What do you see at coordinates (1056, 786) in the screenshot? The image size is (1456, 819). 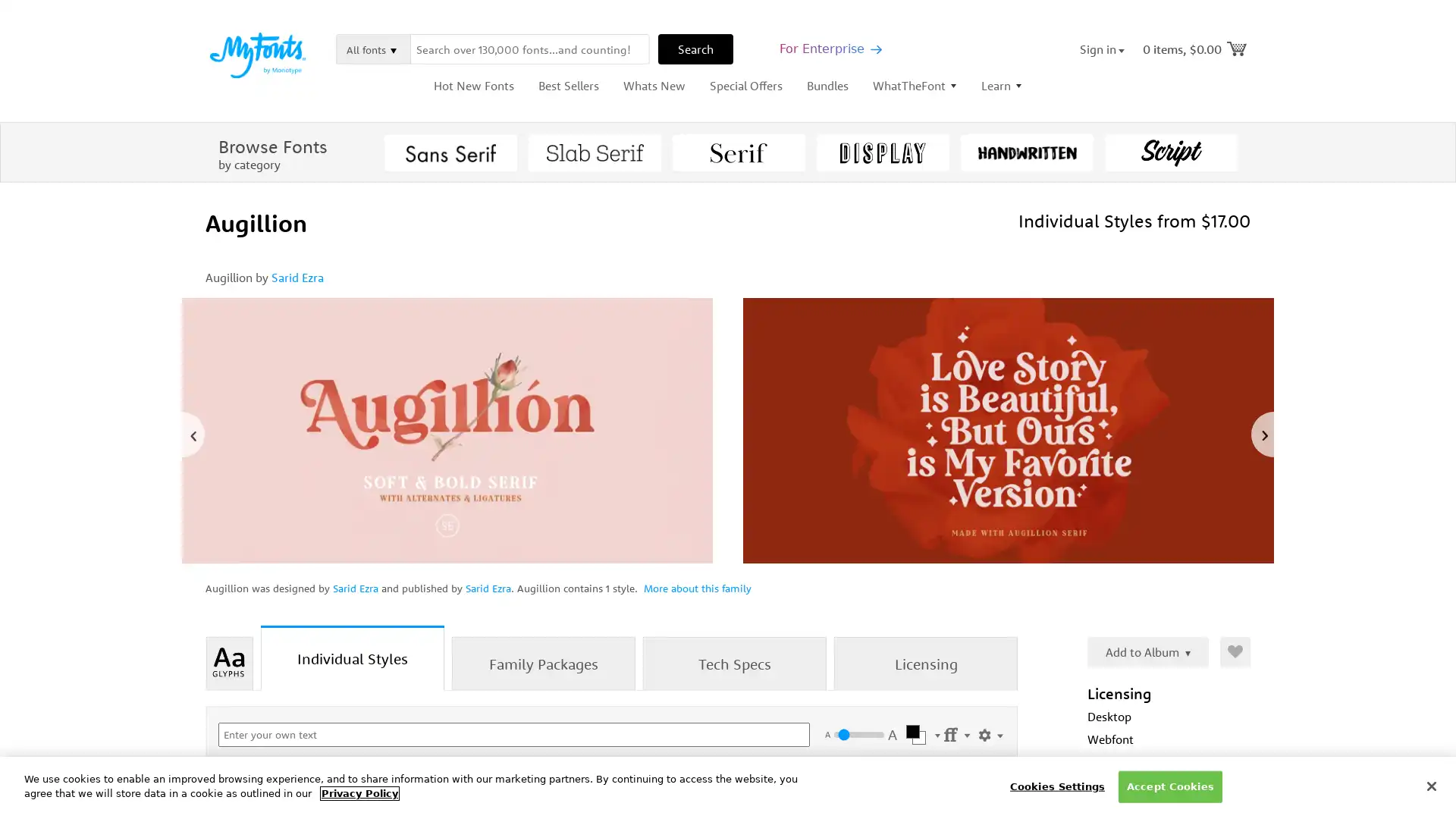 I see `Cookies Settings` at bounding box center [1056, 786].